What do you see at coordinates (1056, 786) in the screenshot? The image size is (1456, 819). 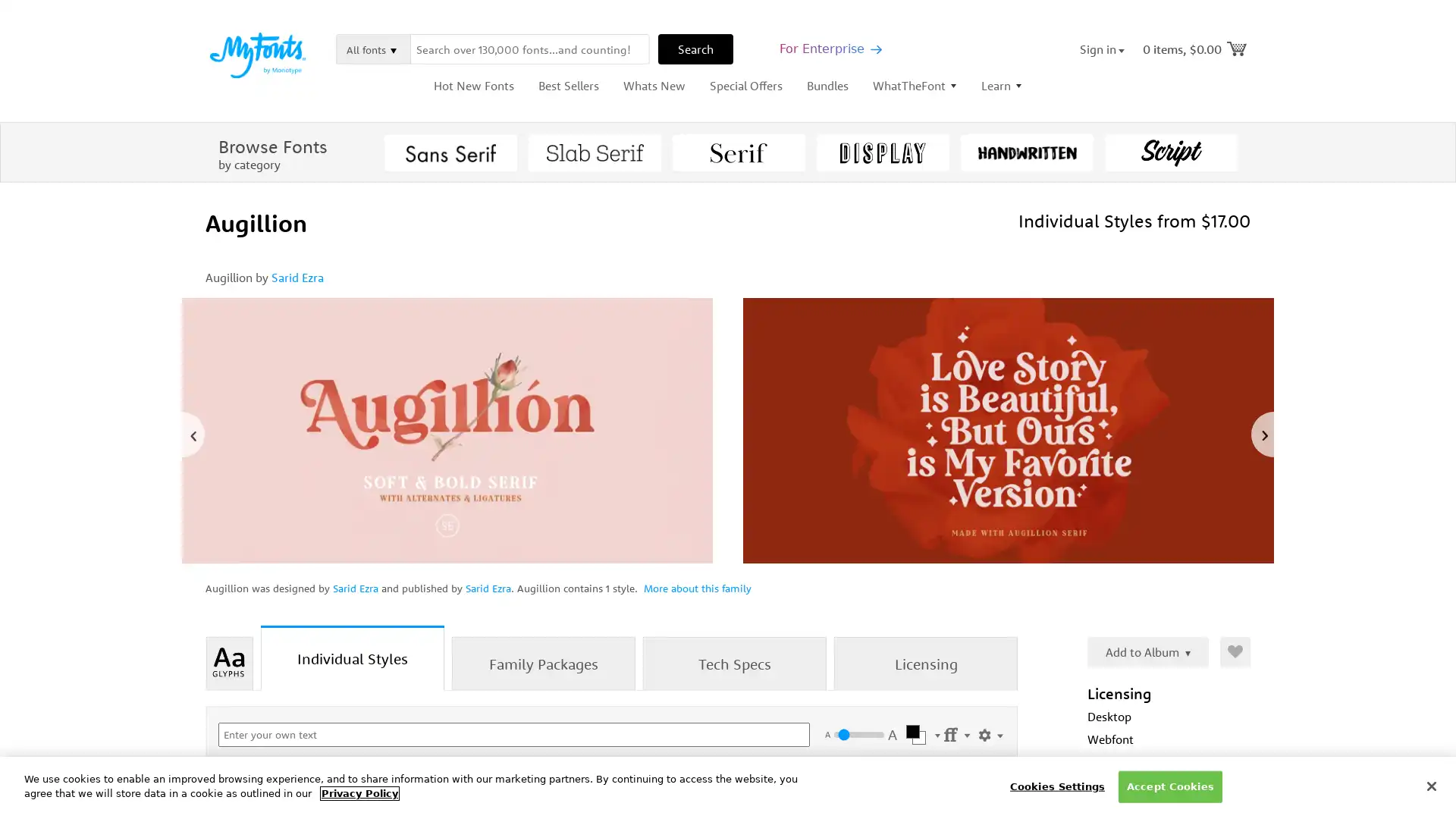 I see `Cookies Settings` at bounding box center [1056, 786].